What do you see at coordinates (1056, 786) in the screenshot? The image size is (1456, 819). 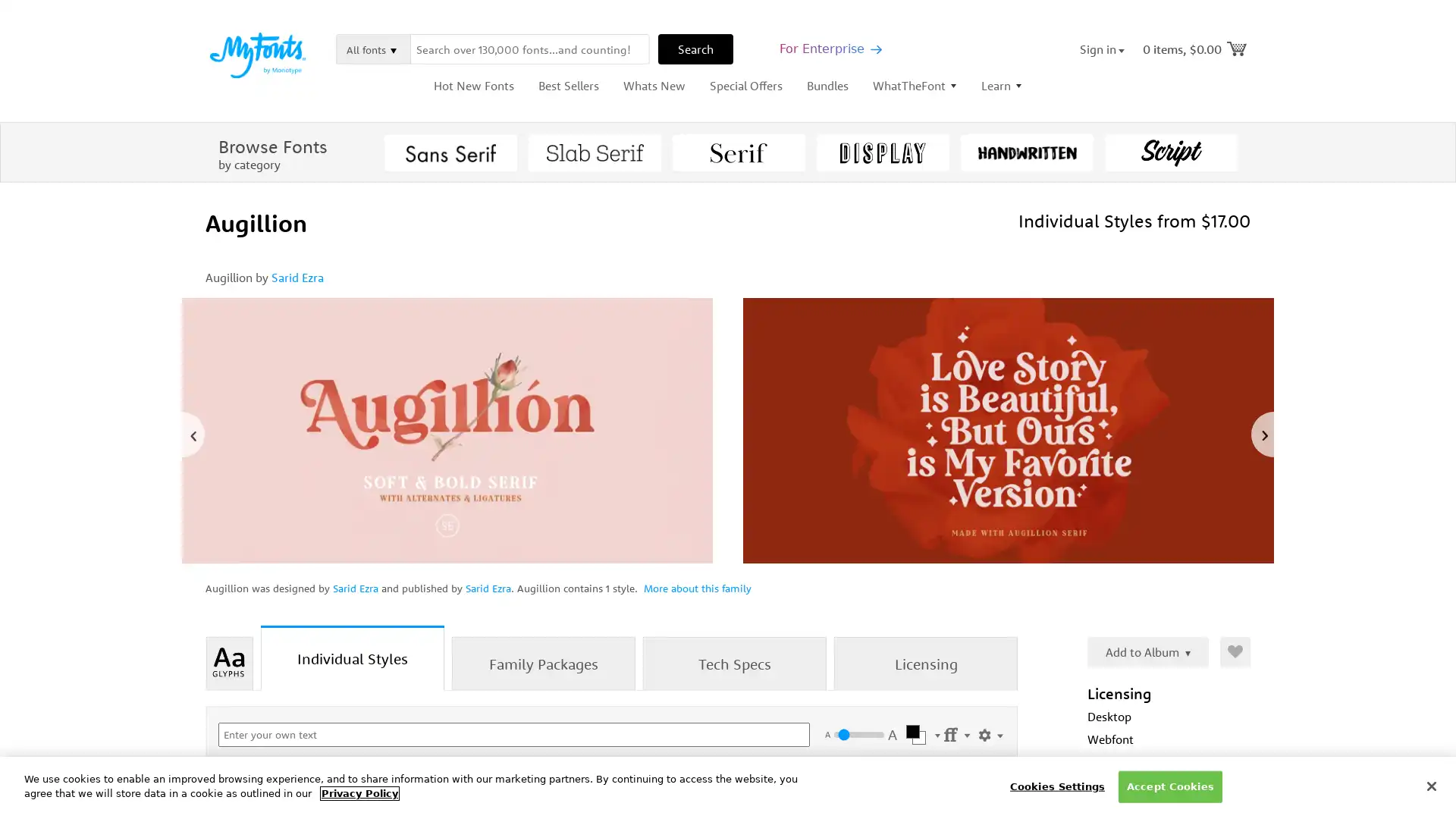 I see `Cookies Settings` at bounding box center [1056, 786].